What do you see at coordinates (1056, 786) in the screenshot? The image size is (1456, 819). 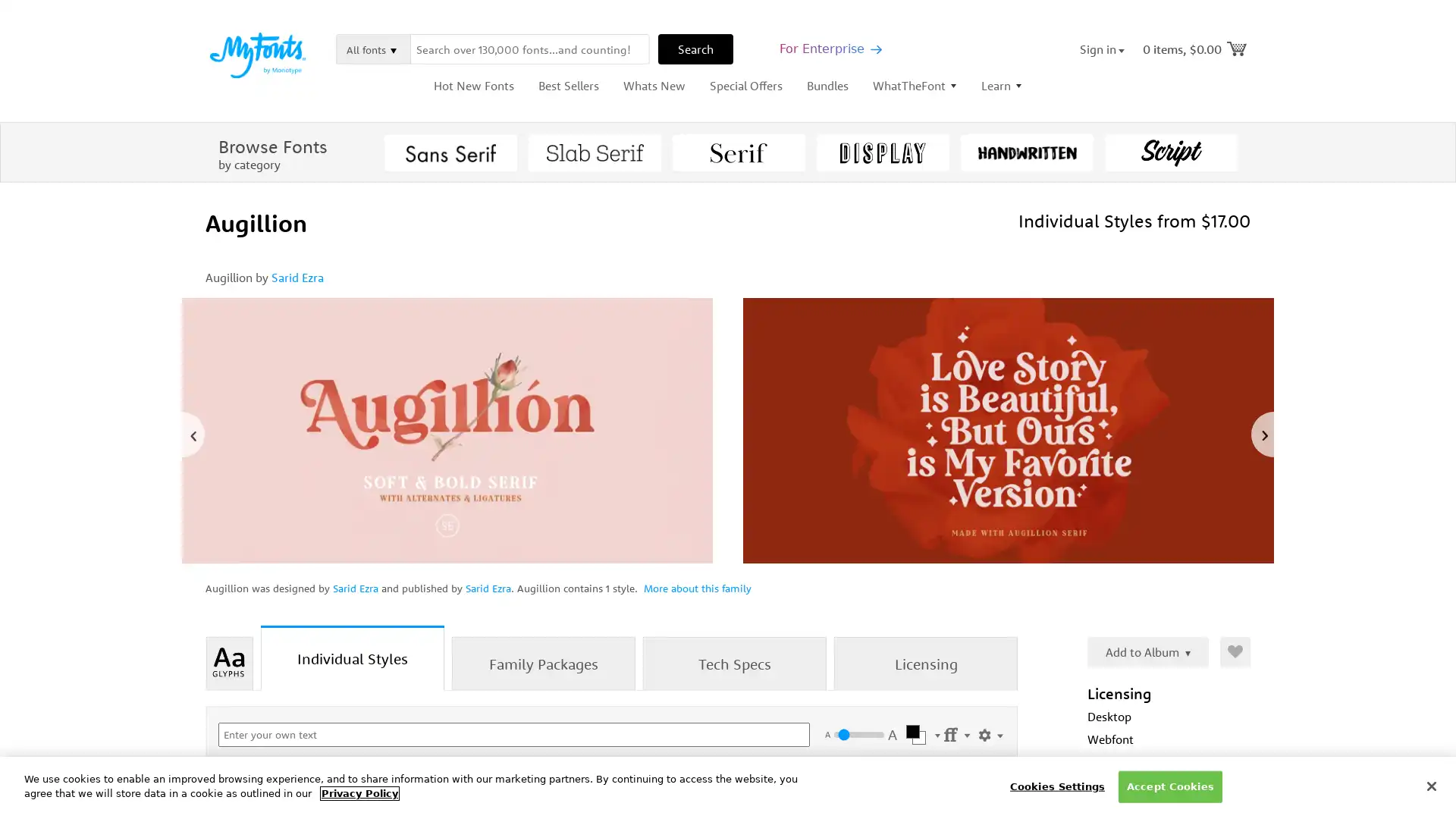 I see `Cookies Settings` at bounding box center [1056, 786].